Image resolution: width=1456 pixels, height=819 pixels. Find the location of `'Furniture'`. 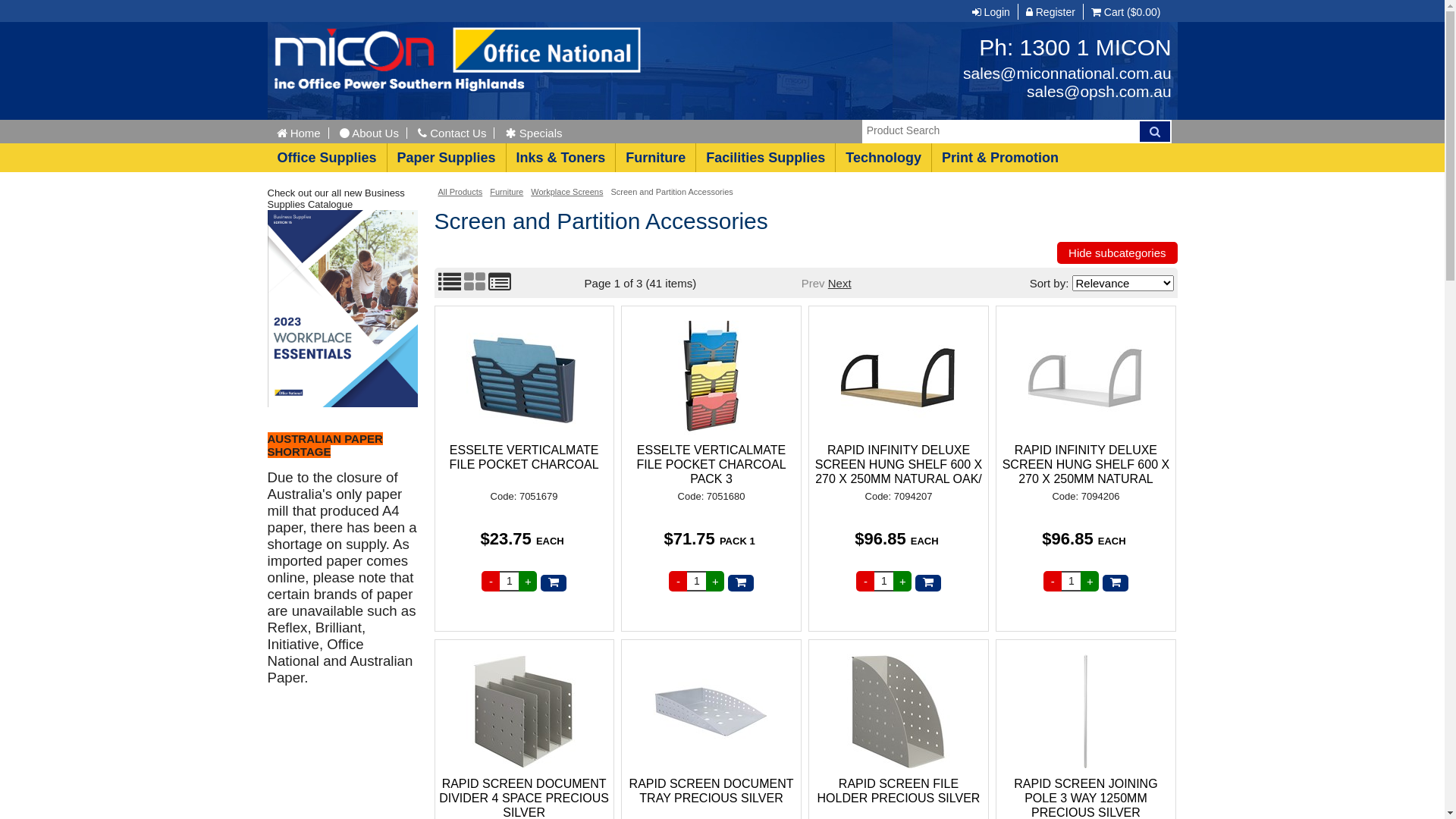

'Furniture' is located at coordinates (506, 191).